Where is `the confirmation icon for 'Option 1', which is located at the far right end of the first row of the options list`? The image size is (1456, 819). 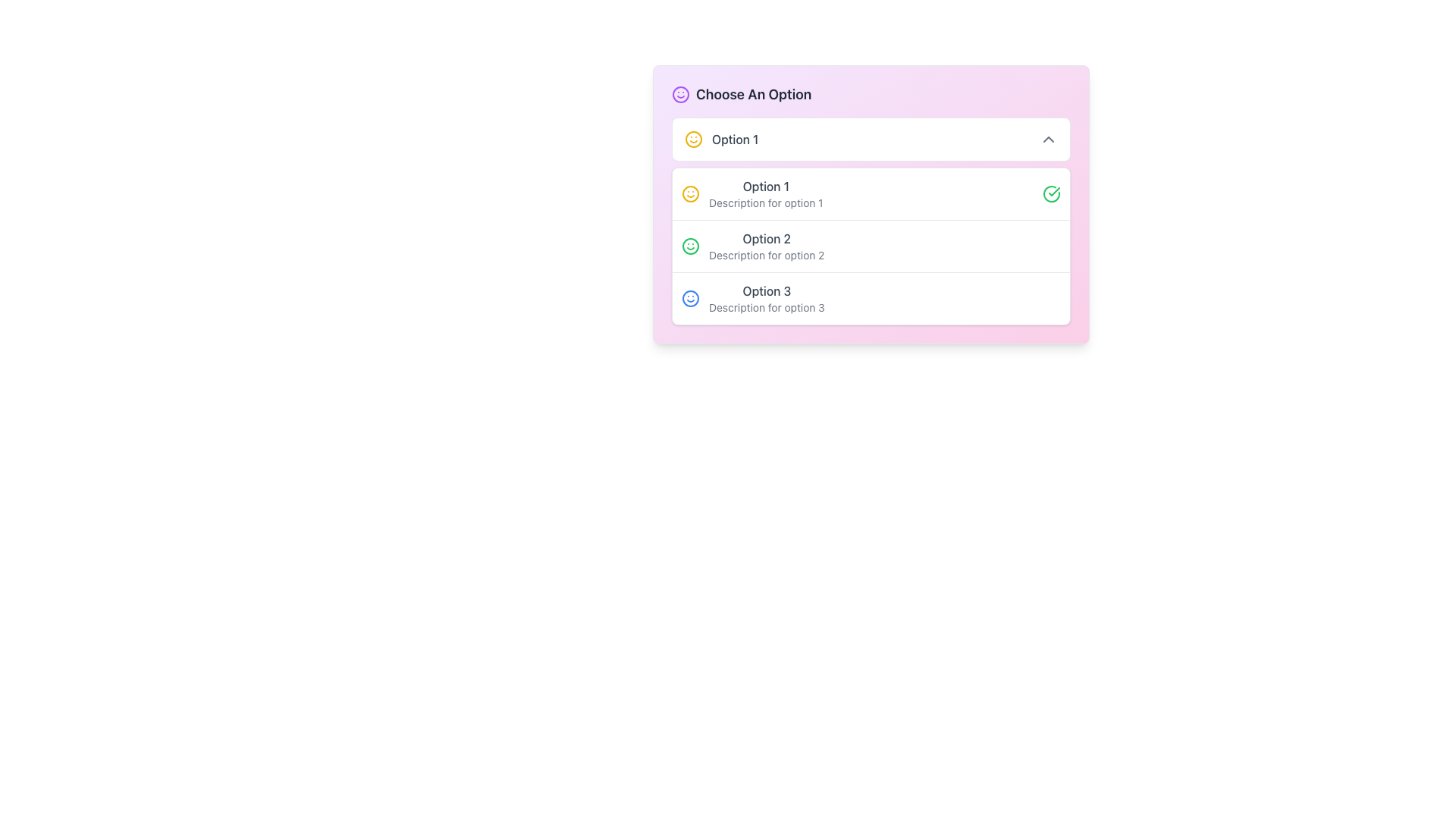 the confirmation icon for 'Option 1', which is located at the far right end of the first row of the options list is located at coordinates (1051, 193).